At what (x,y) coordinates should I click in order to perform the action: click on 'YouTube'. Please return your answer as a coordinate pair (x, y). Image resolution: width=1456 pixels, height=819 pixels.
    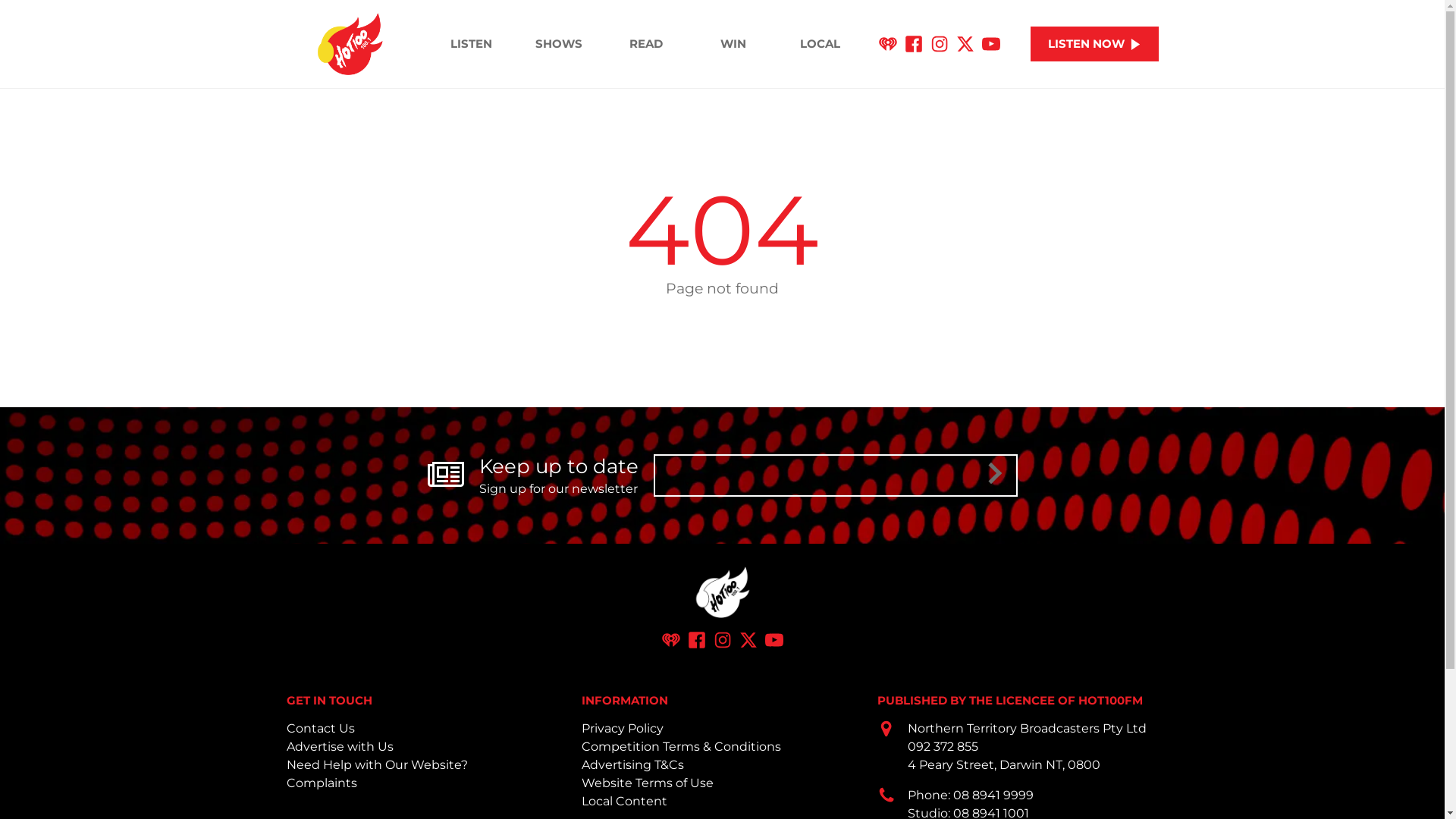
    Looking at the image, I should click on (773, 639).